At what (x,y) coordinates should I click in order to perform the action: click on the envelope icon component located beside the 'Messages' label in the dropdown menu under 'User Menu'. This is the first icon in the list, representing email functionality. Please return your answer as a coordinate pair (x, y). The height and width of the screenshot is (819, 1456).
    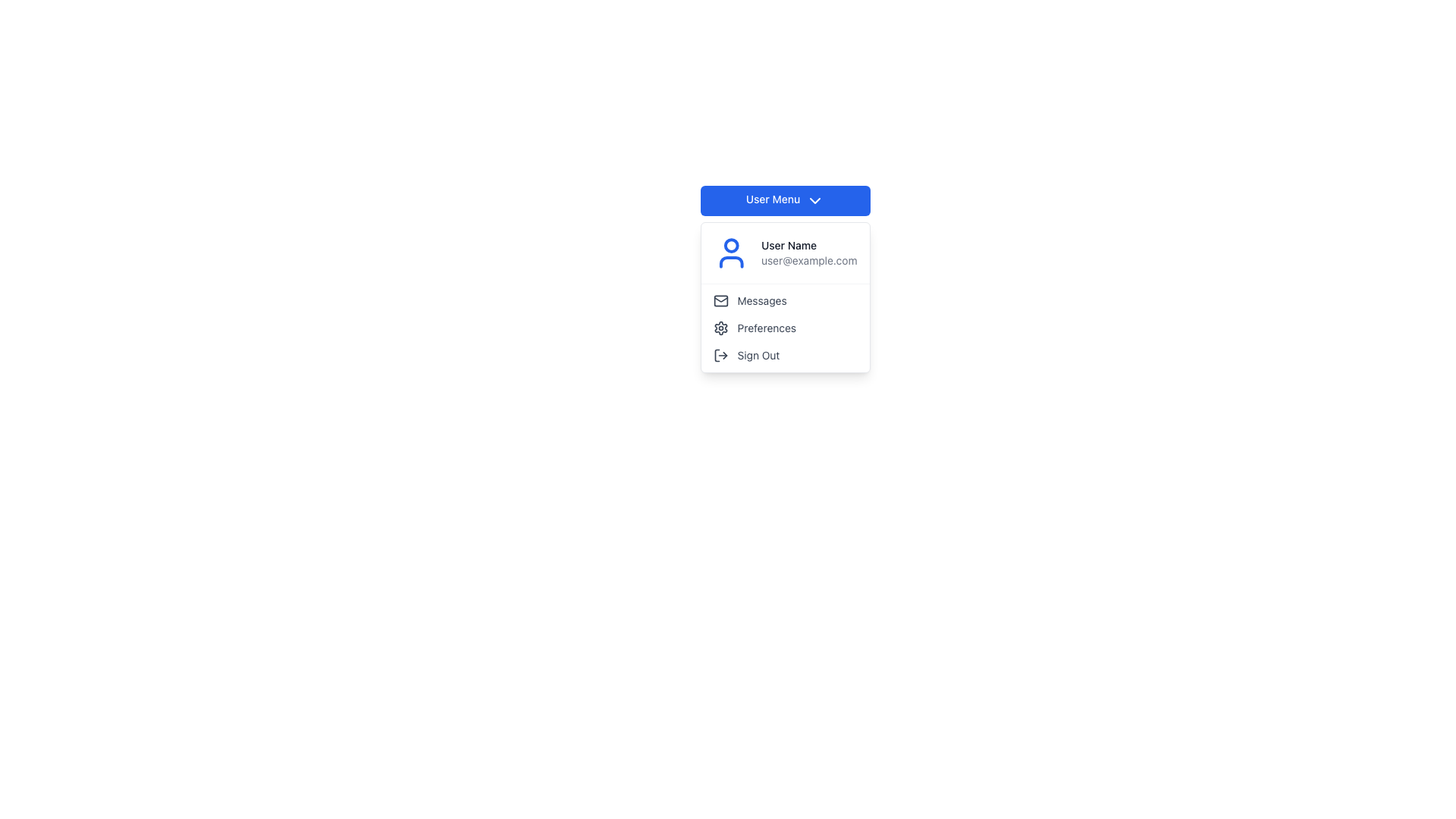
    Looking at the image, I should click on (720, 301).